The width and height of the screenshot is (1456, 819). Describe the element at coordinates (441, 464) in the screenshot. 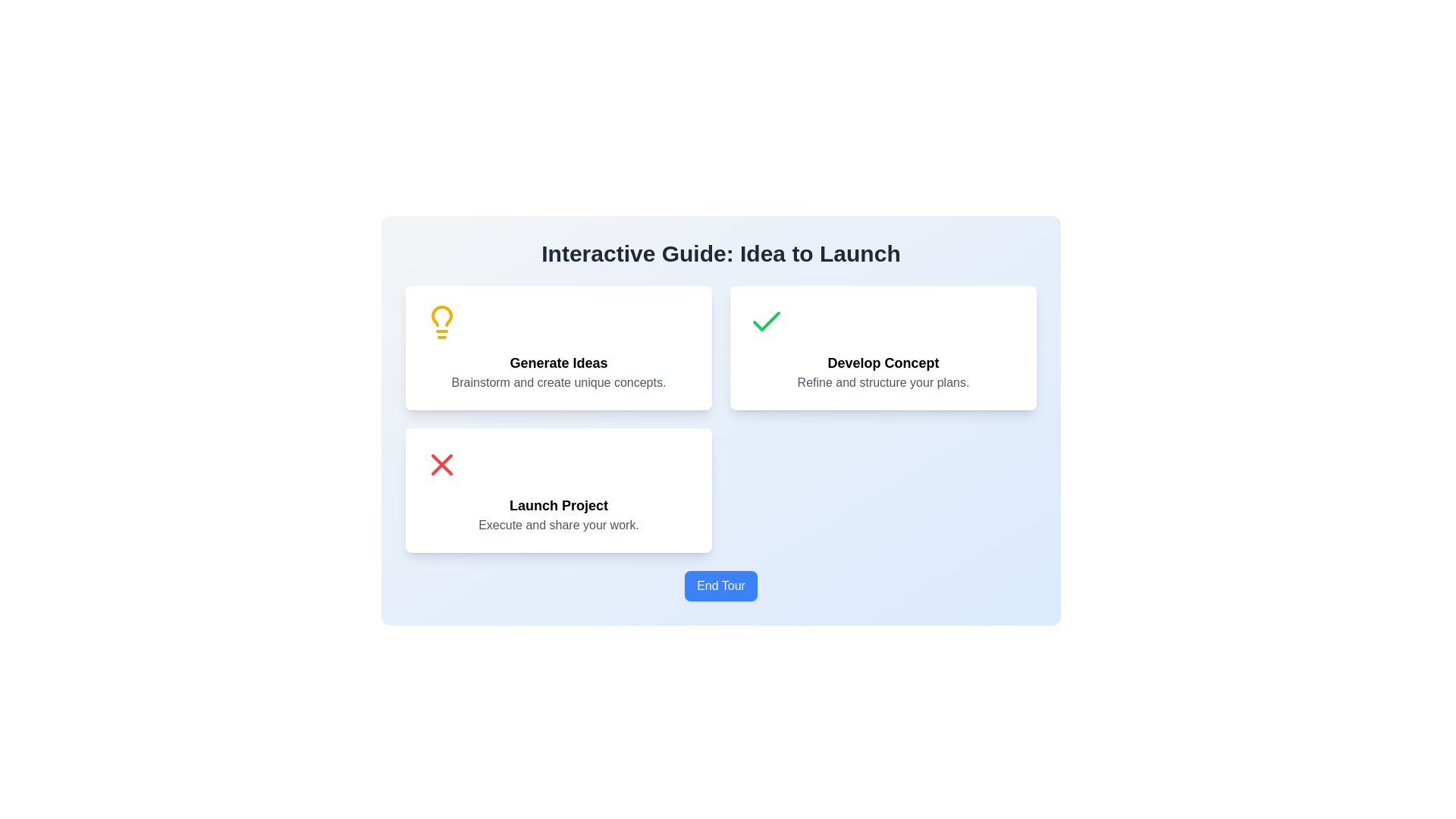

I see `the 'X' symbol indicating an incorrect or non-viable action located in the bottom left interactive box titled 'Launch Project'` at that location.